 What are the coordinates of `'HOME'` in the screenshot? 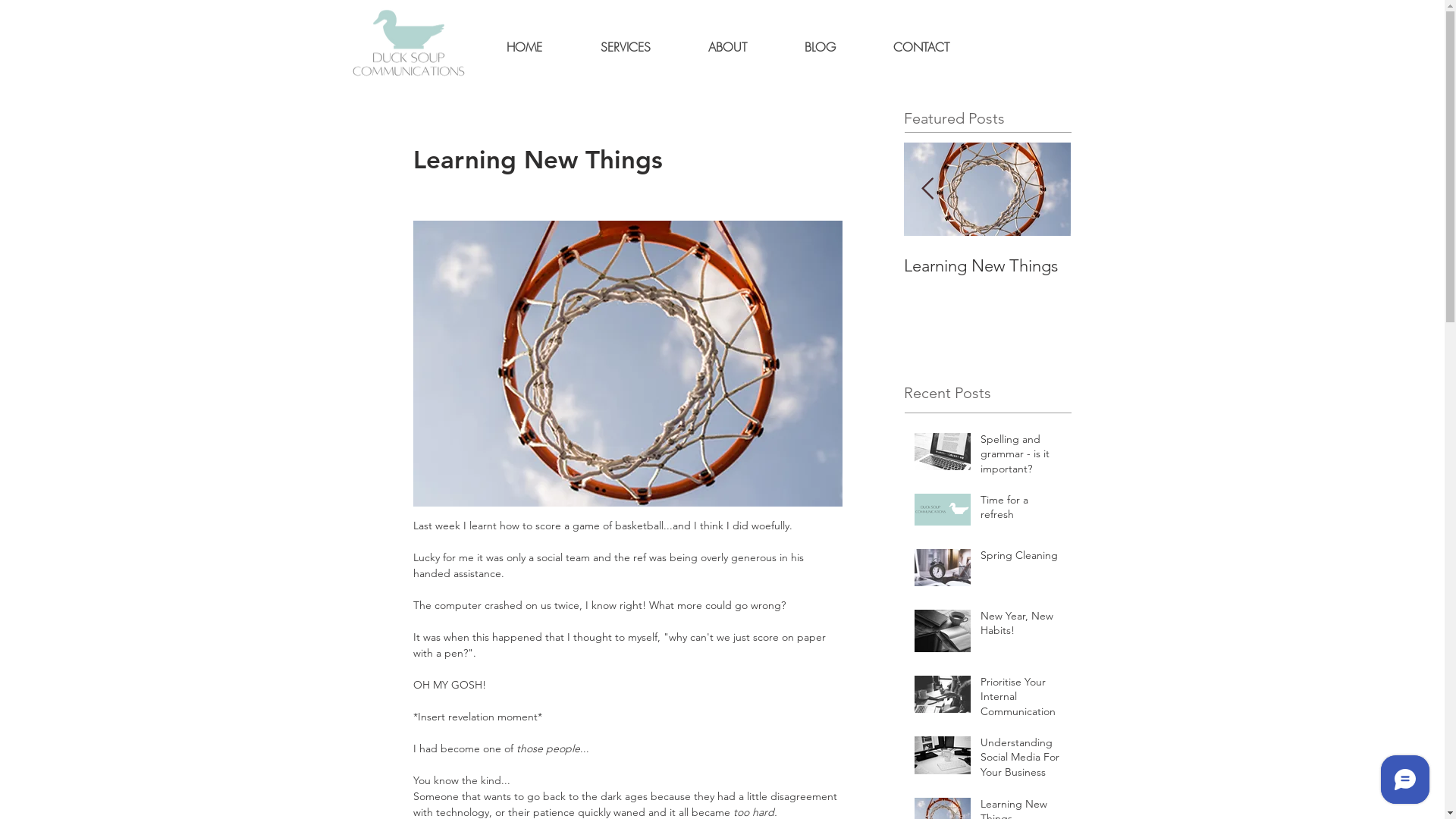 It's located at (476, 46).